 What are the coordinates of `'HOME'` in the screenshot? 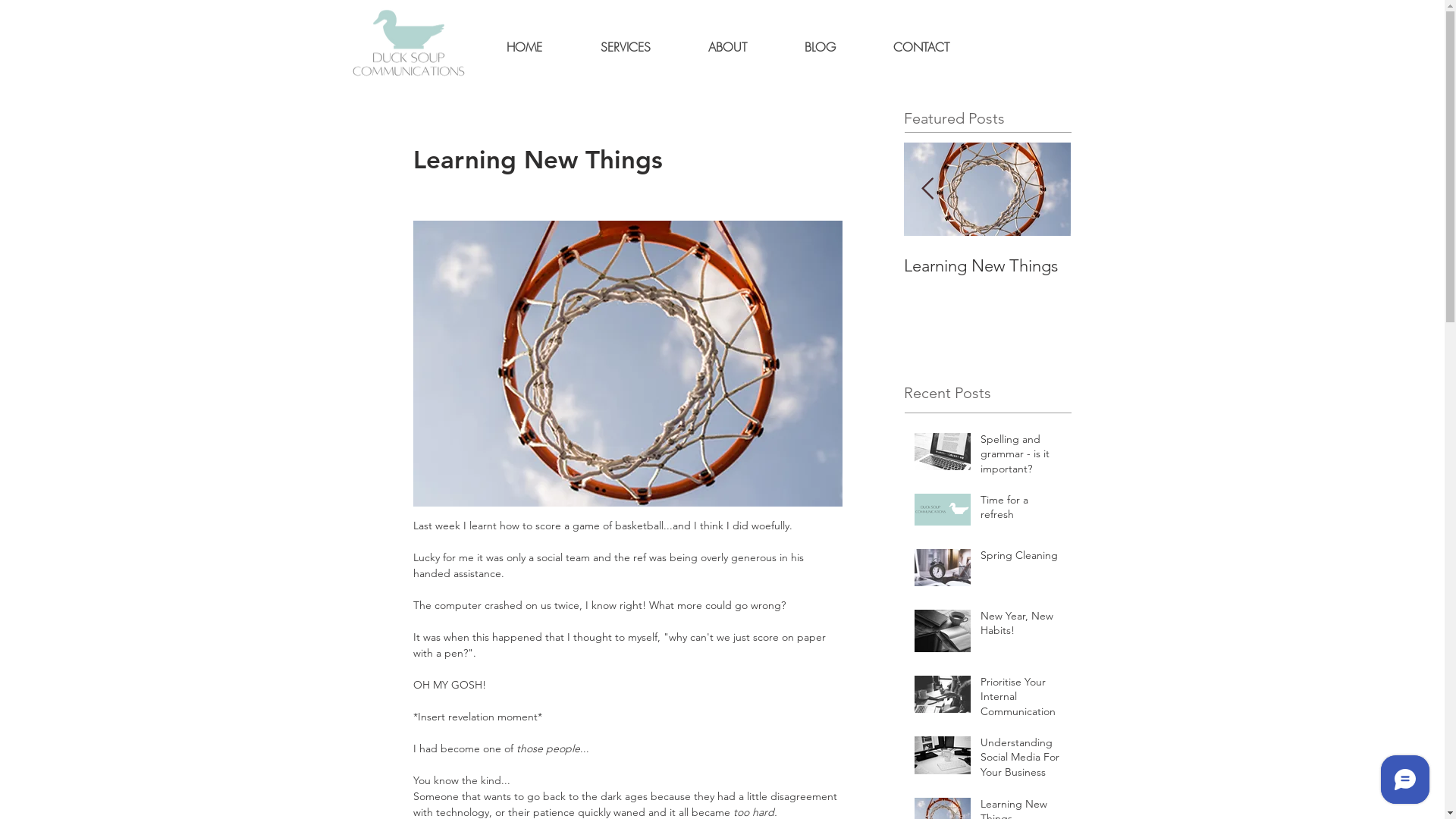 It's located at (476, 46).